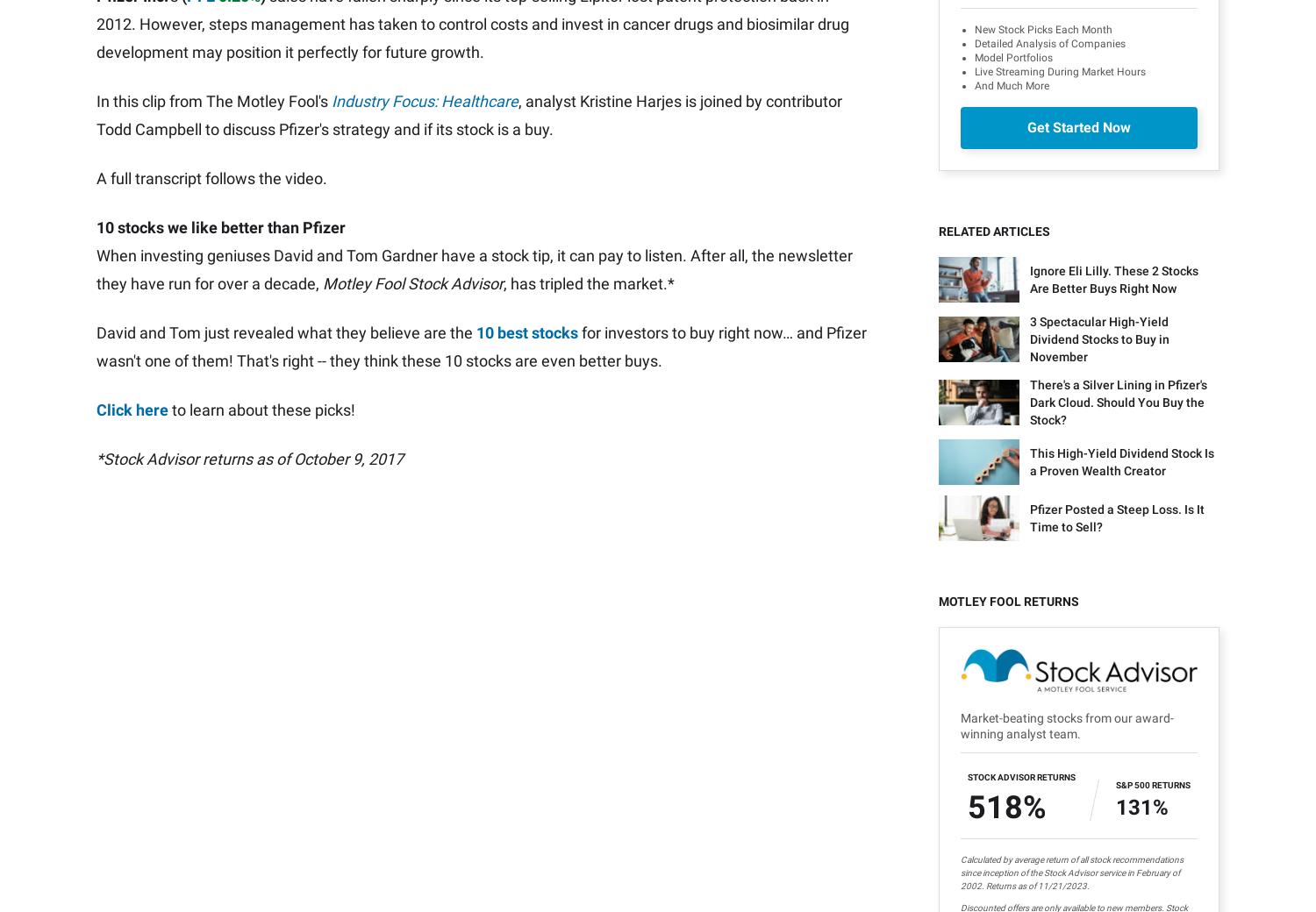  Describe the element at coordinates (600, 727) in the screenshot. I see `'All Services'` at that location.